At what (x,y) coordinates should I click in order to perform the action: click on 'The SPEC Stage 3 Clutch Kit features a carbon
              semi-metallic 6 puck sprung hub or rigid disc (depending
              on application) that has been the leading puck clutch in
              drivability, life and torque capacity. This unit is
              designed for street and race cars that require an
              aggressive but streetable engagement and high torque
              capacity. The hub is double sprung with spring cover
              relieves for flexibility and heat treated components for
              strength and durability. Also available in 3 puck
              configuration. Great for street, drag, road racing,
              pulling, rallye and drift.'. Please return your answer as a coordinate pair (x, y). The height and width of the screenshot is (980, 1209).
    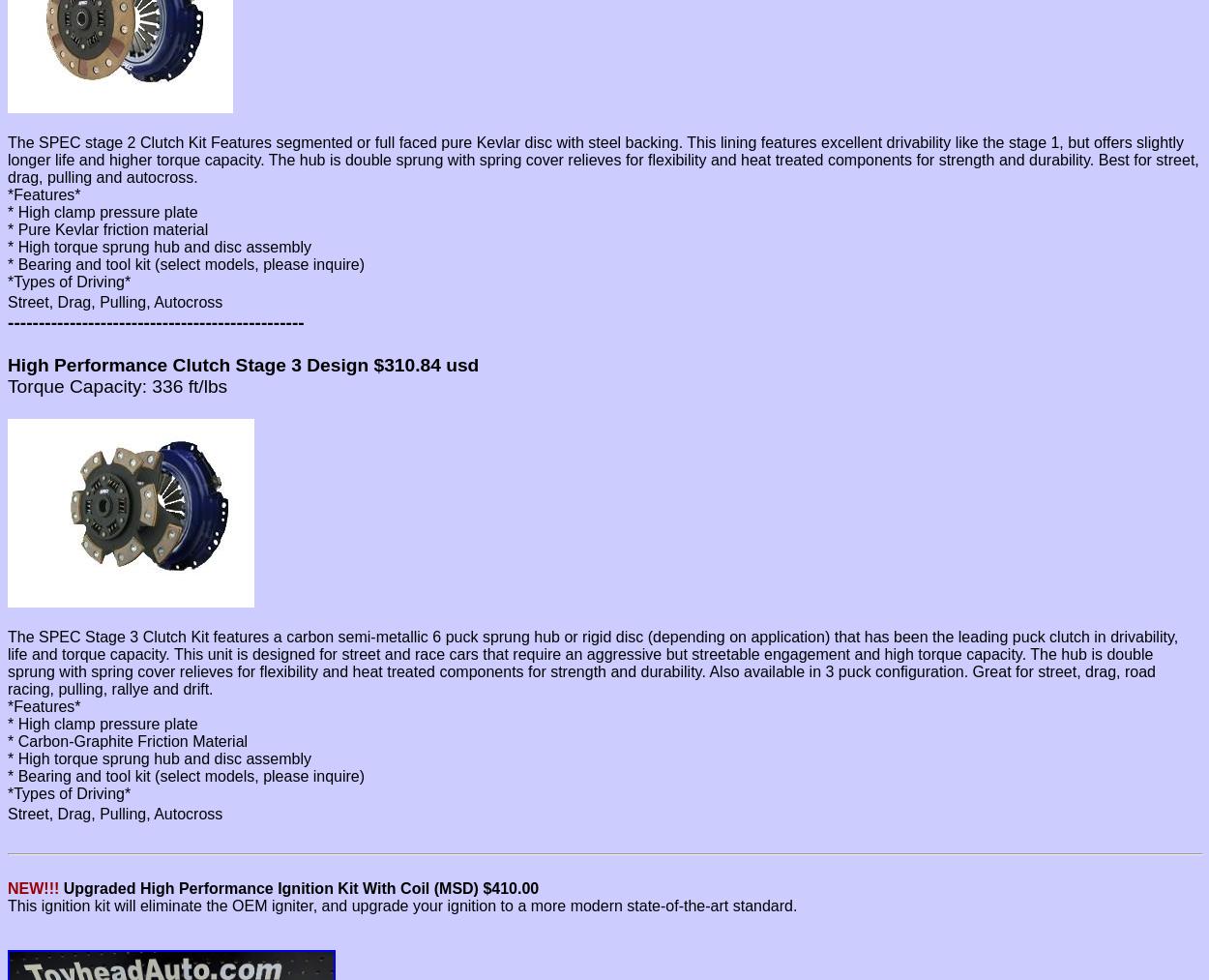
    Looking at the image, I should click on (592, 662).